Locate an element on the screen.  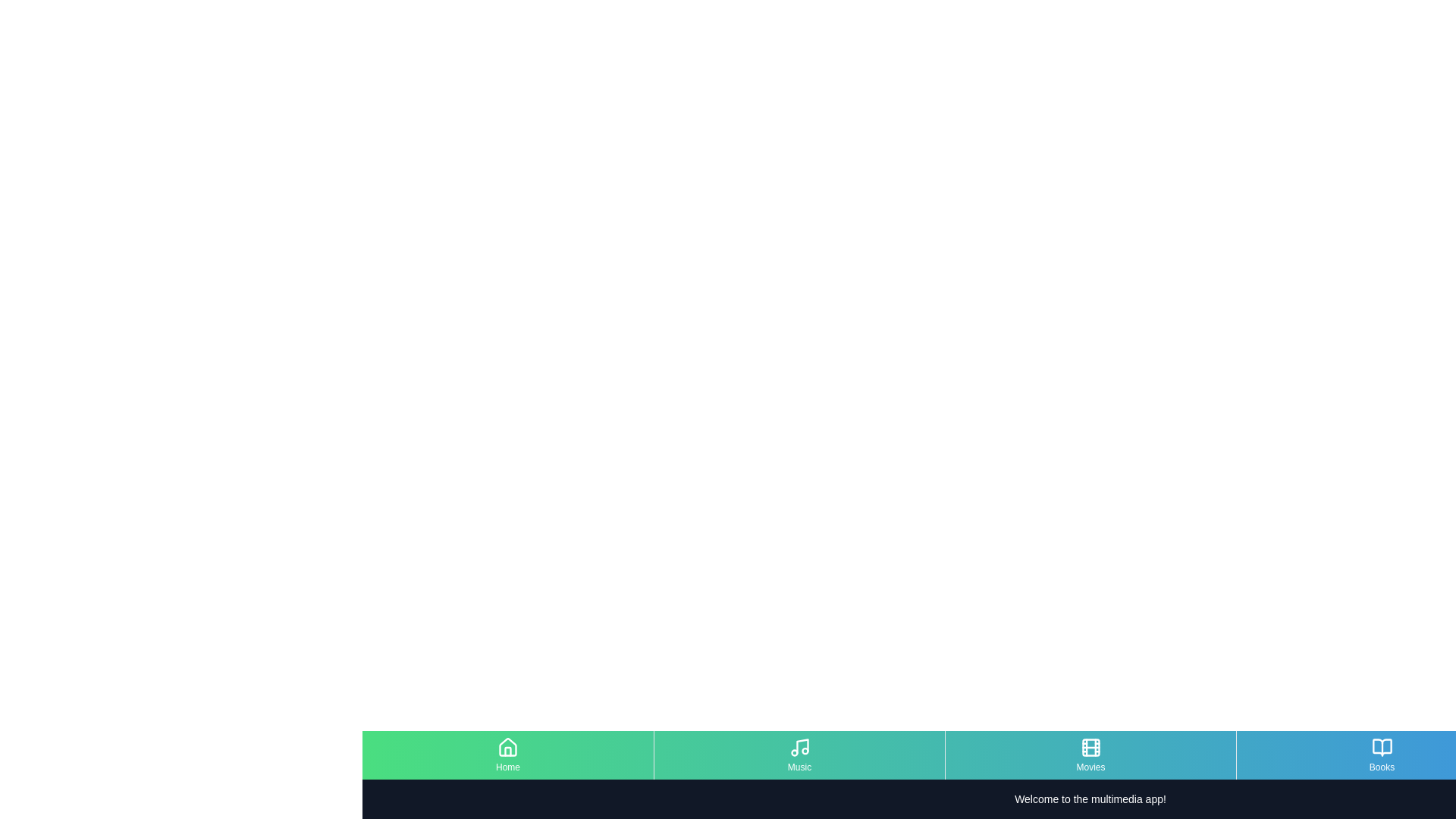
the menu item Home to navigate to its content is located at coordinates (508, 755).